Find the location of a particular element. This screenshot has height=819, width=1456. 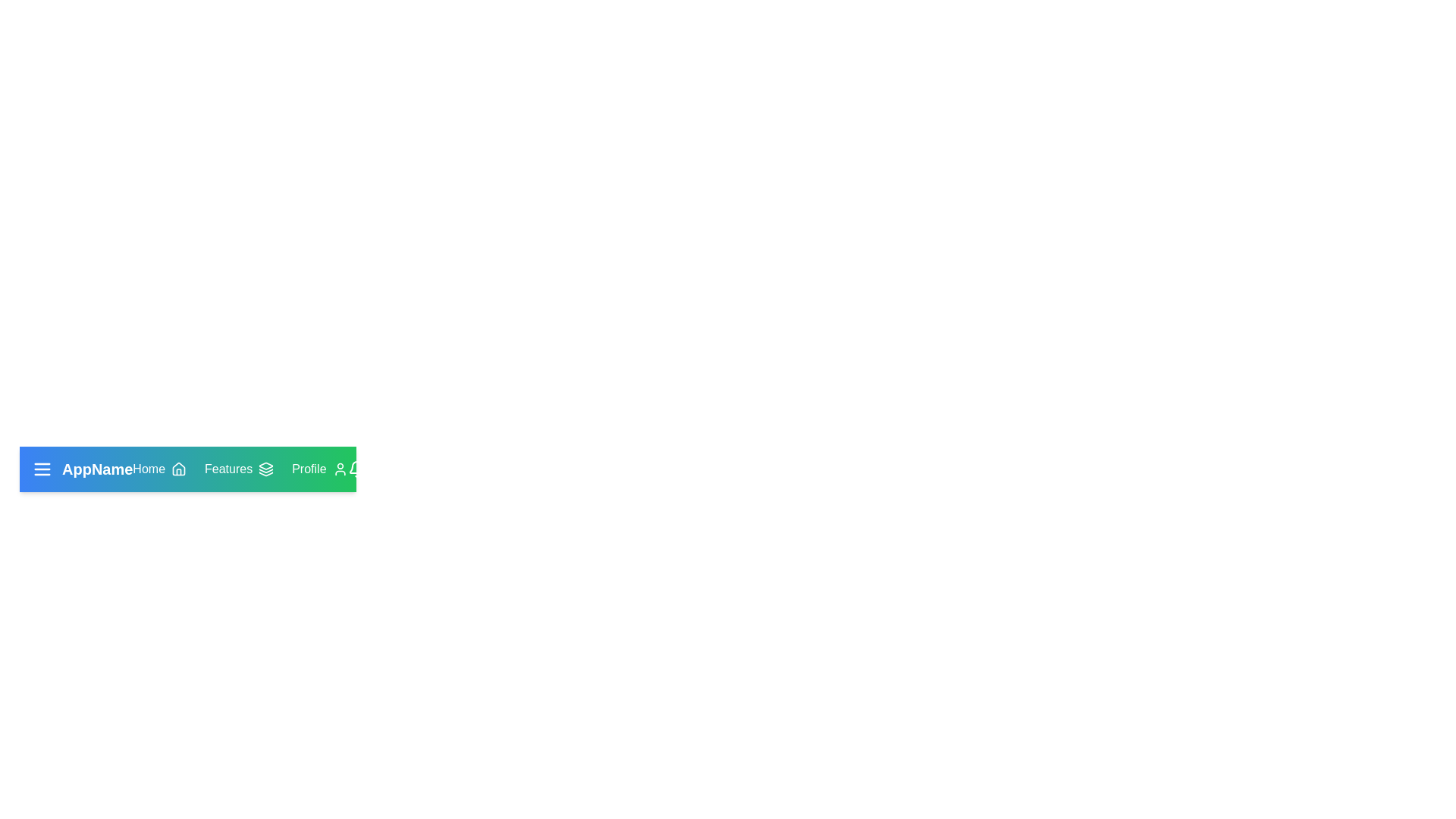

the menu button in the AppBarComponent is located at coordinates (42, 468).